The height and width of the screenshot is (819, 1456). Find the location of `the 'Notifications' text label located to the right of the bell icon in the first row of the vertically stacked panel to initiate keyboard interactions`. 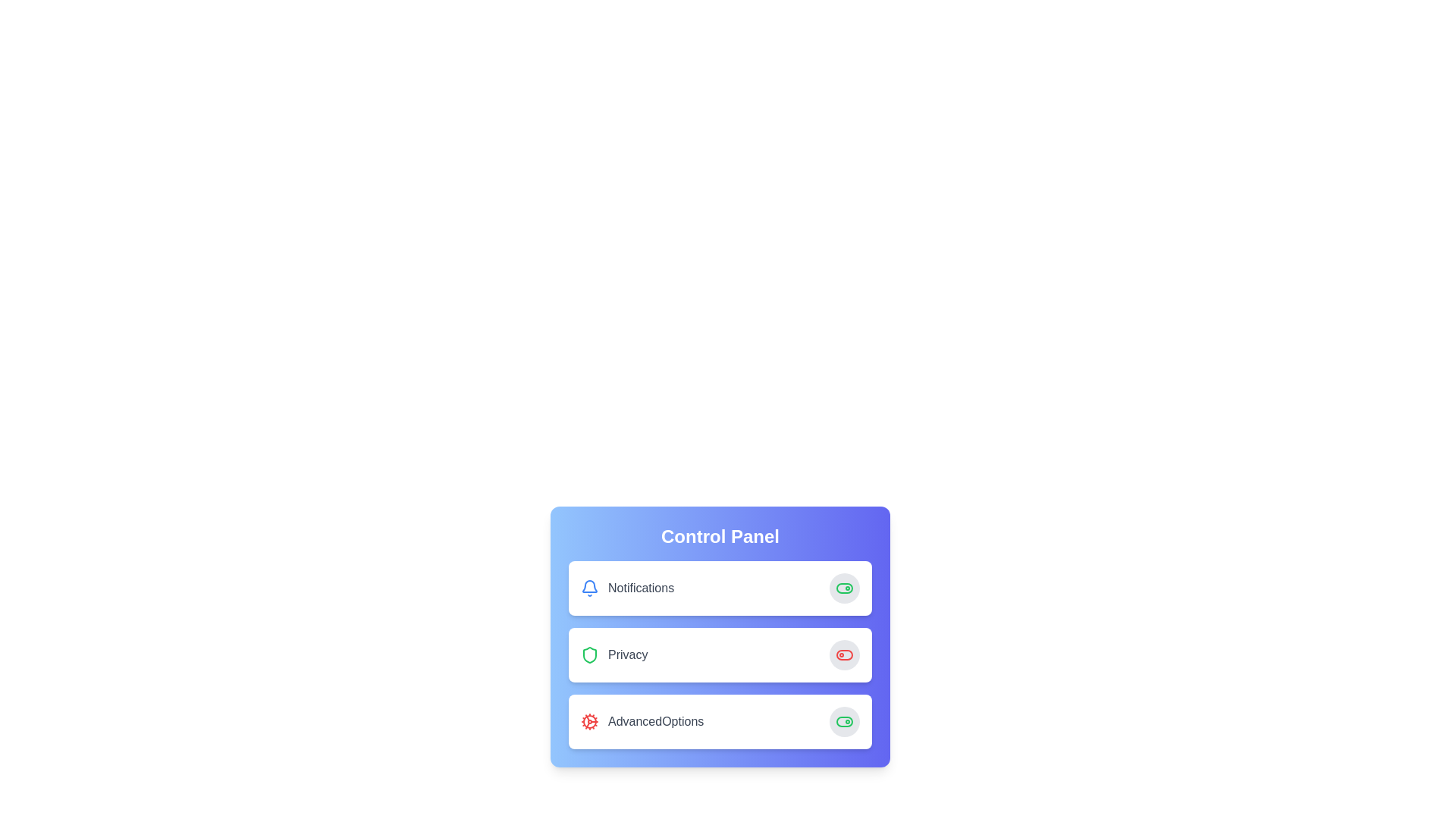

the 'Notifications' text label located to the right of the bell icon in the first row of the vertically stacked panel to initiate keyboard interactions is located at coordinates (641, 587).